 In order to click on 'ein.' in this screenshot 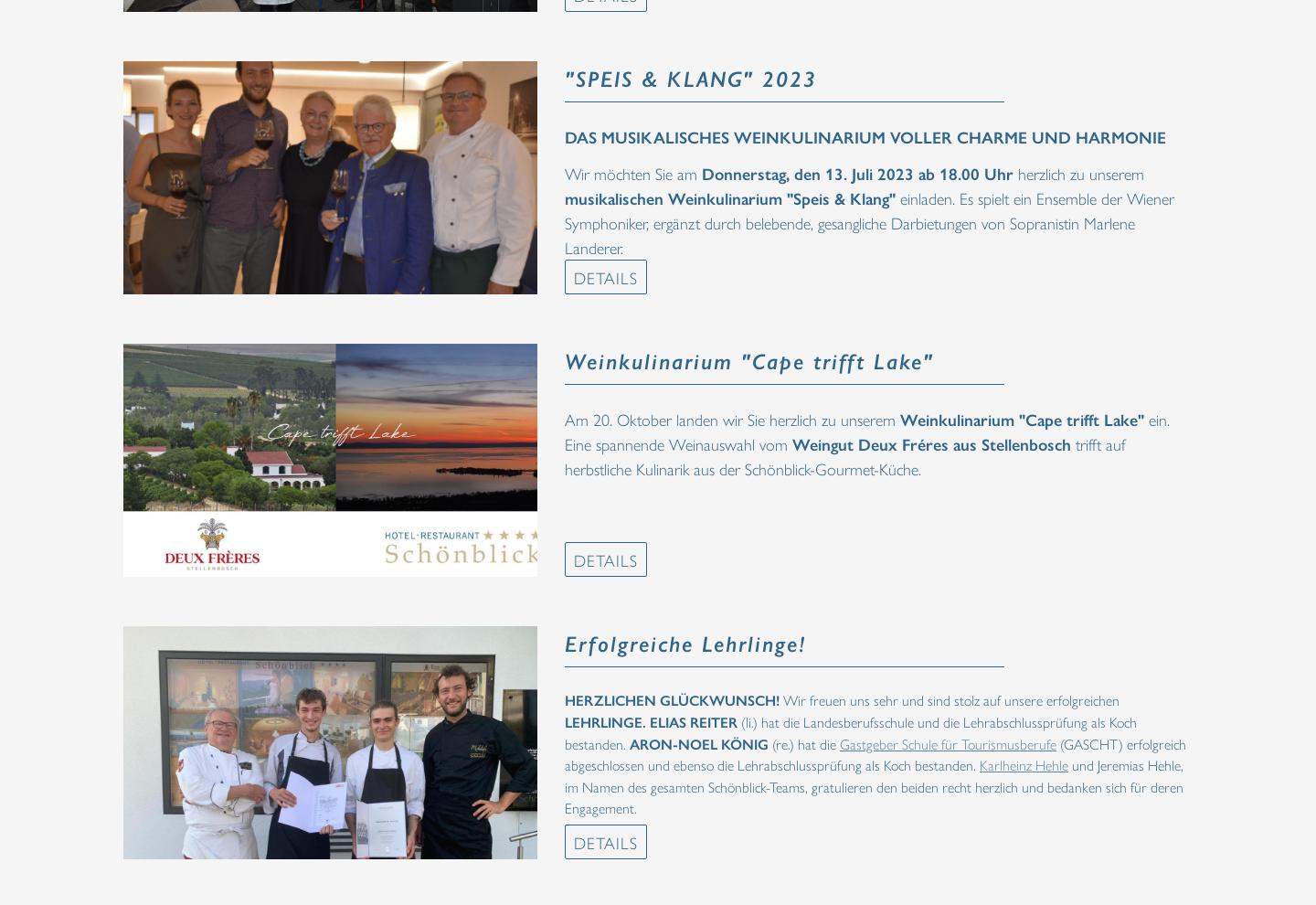, I will do `click(1159, 419)`.